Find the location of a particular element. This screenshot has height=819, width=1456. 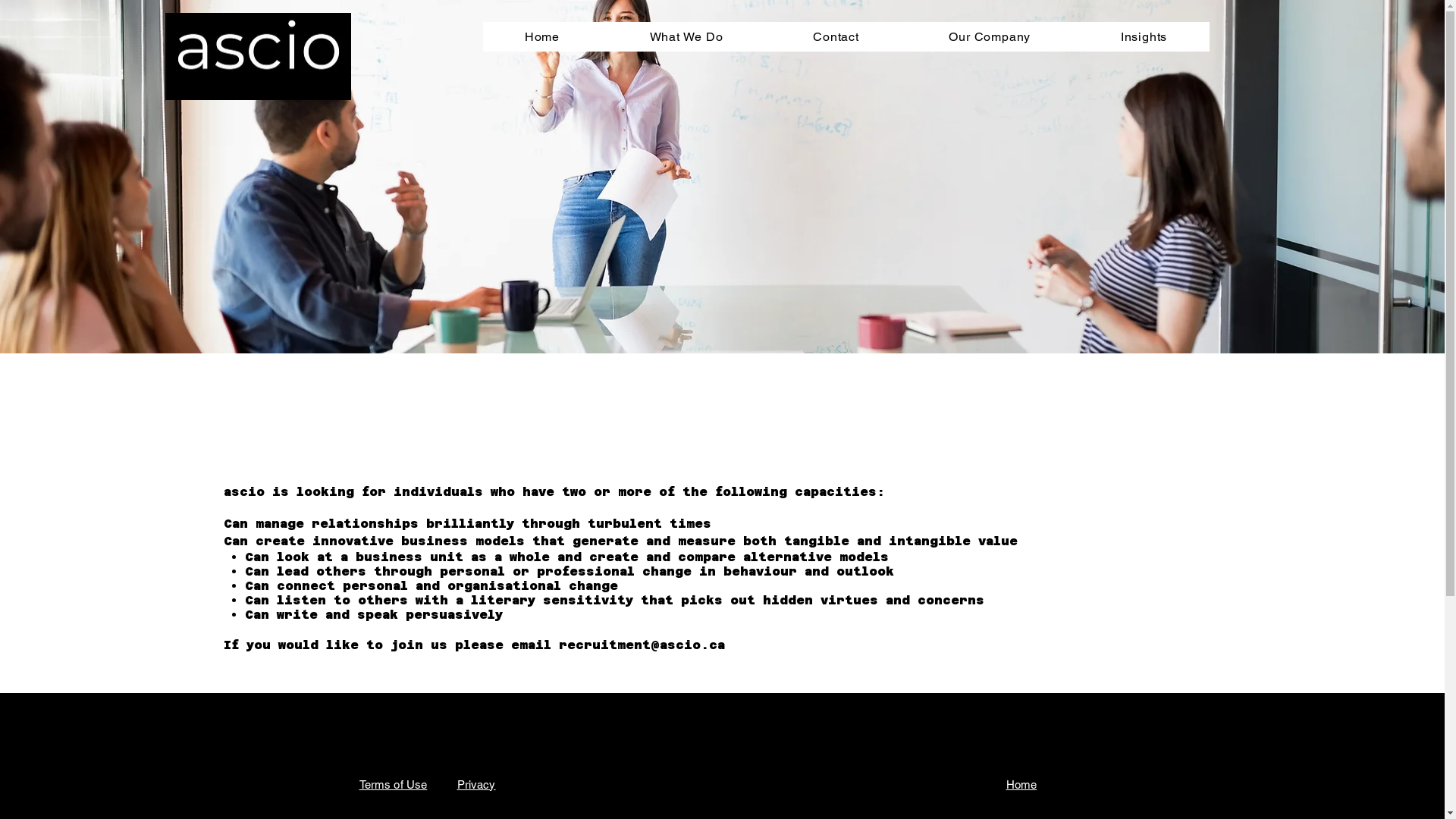

'Insights' is located at coordinates (1143, 36).